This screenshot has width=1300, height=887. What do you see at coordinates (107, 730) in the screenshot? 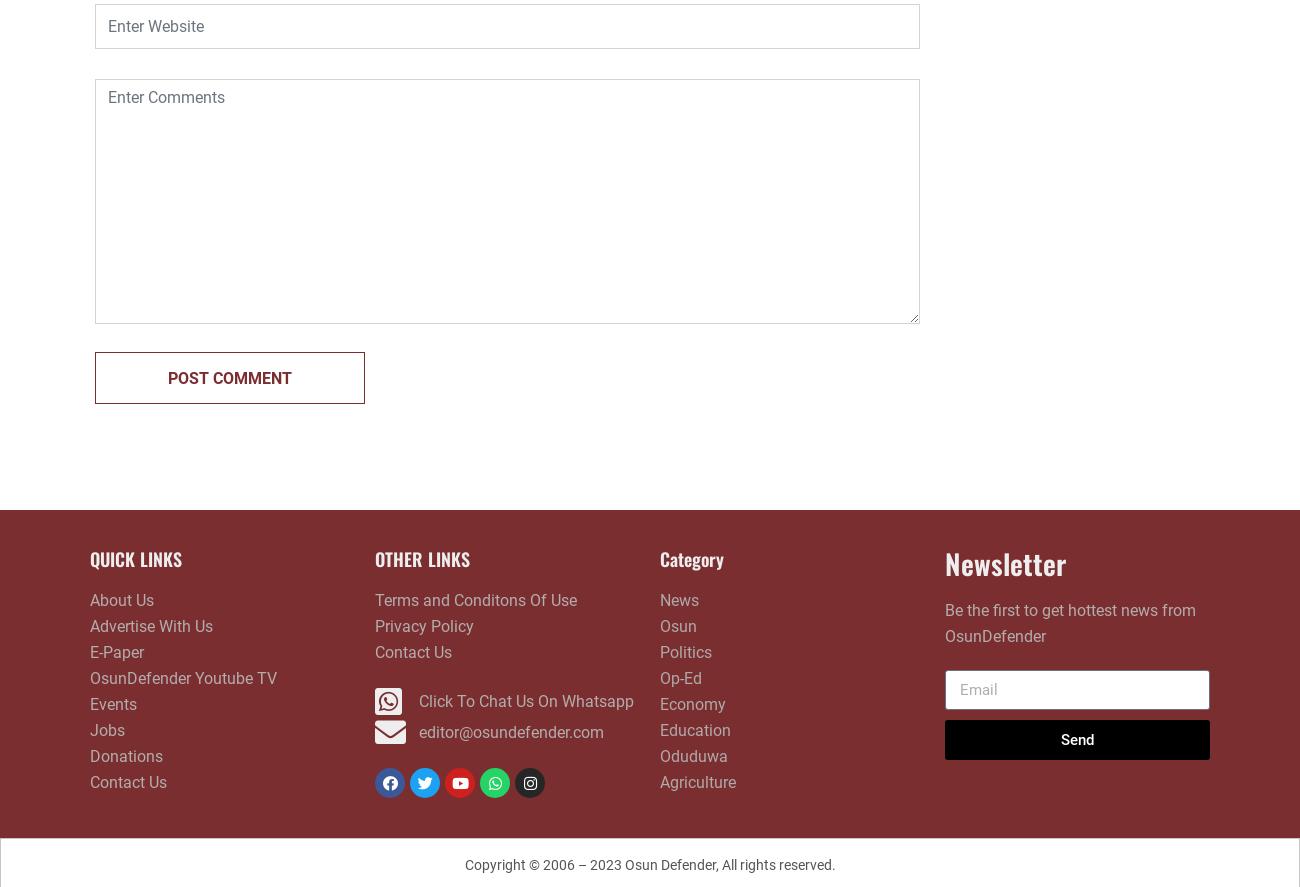
I see `'Jobs'` at bounding box center [107, 730].